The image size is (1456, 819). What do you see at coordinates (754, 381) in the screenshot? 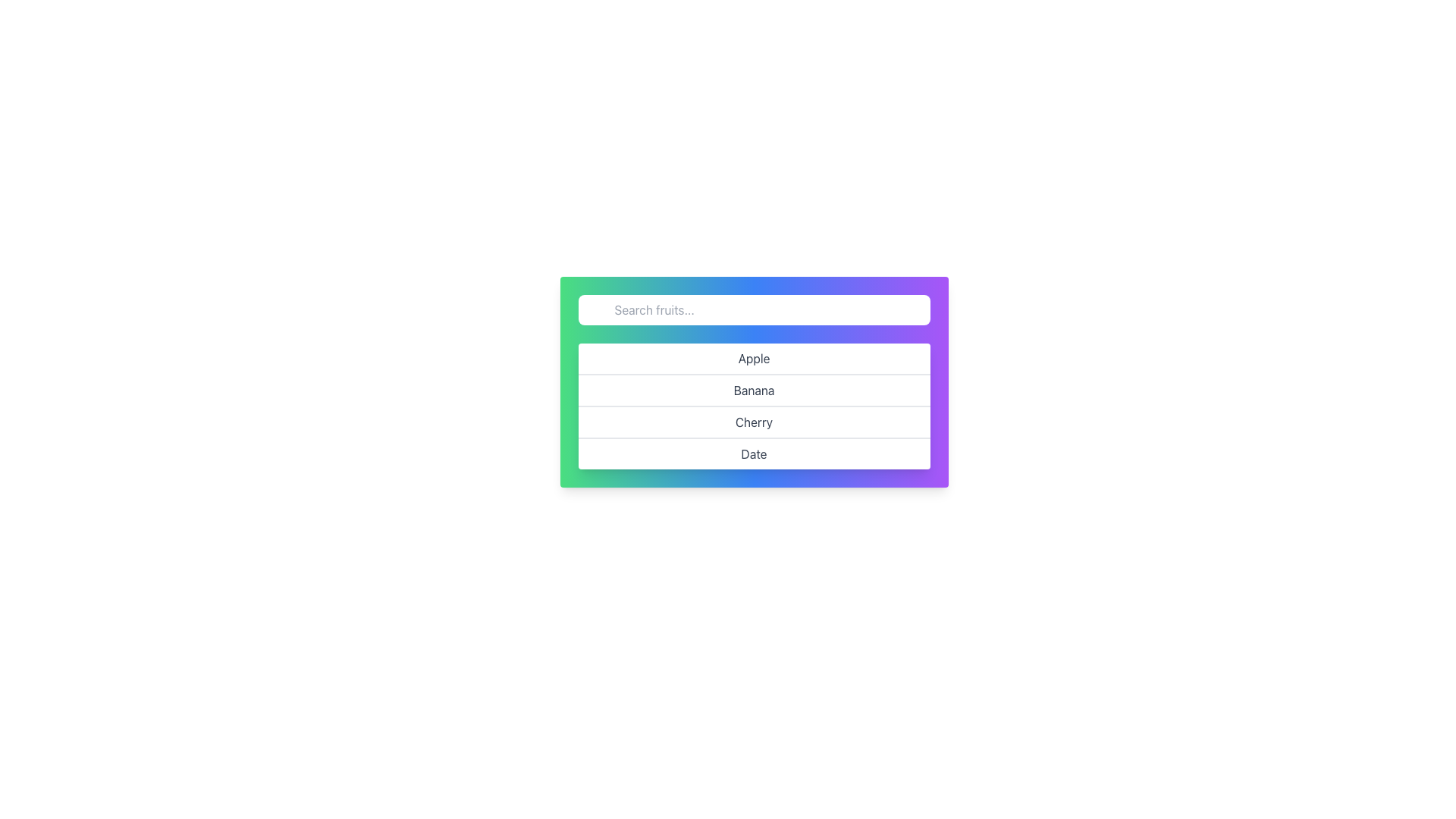
I see `the selectable text label for 'Banana'` at bounding box center [754, 381].